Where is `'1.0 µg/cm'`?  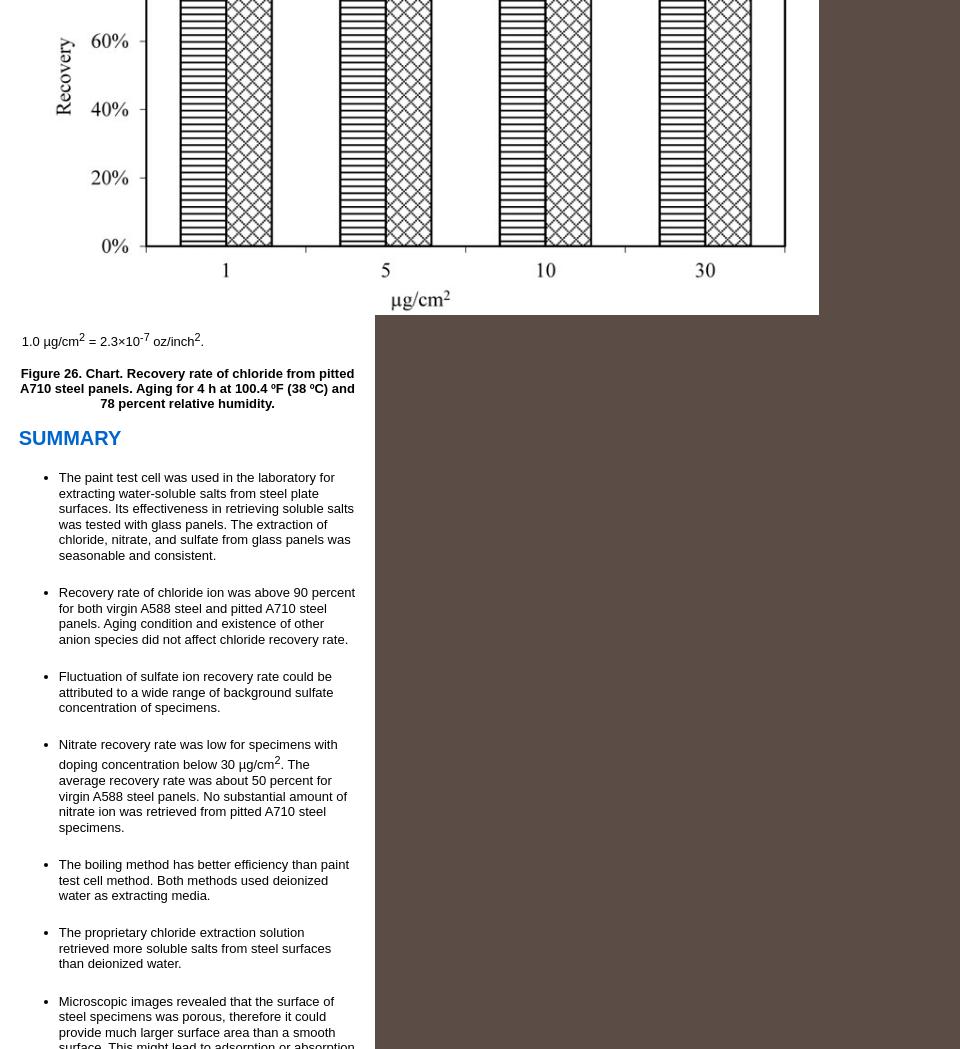
'1.0 µg/cm' is located at coordinates (49, 340).